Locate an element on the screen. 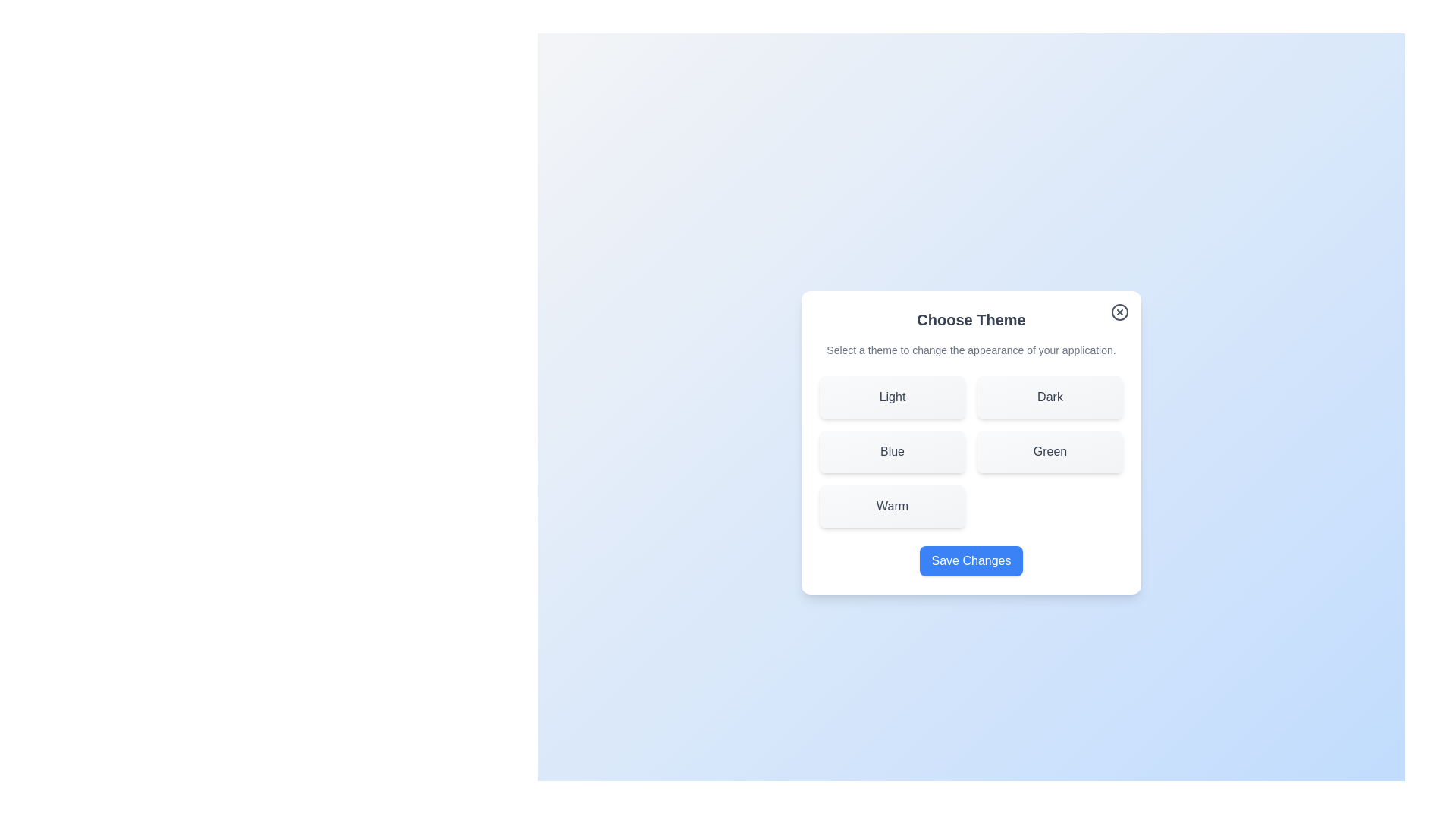 The width and height of the screenshot is (1456, 819). the close button to close the dialog is located at coordinates (1120, 312).